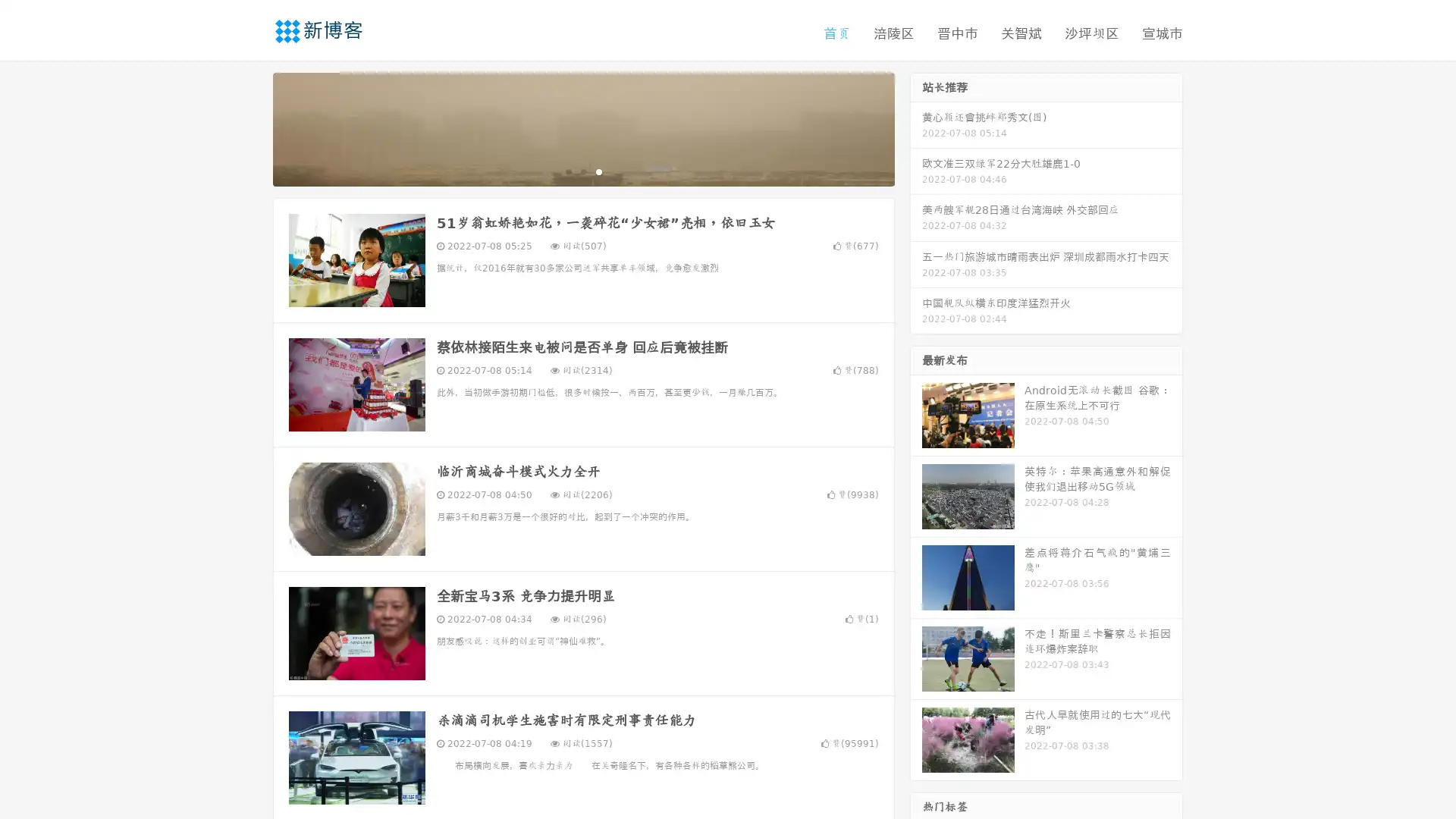 The image size is (1456, 819). I want to click on Previous slide, so click(250, 127).